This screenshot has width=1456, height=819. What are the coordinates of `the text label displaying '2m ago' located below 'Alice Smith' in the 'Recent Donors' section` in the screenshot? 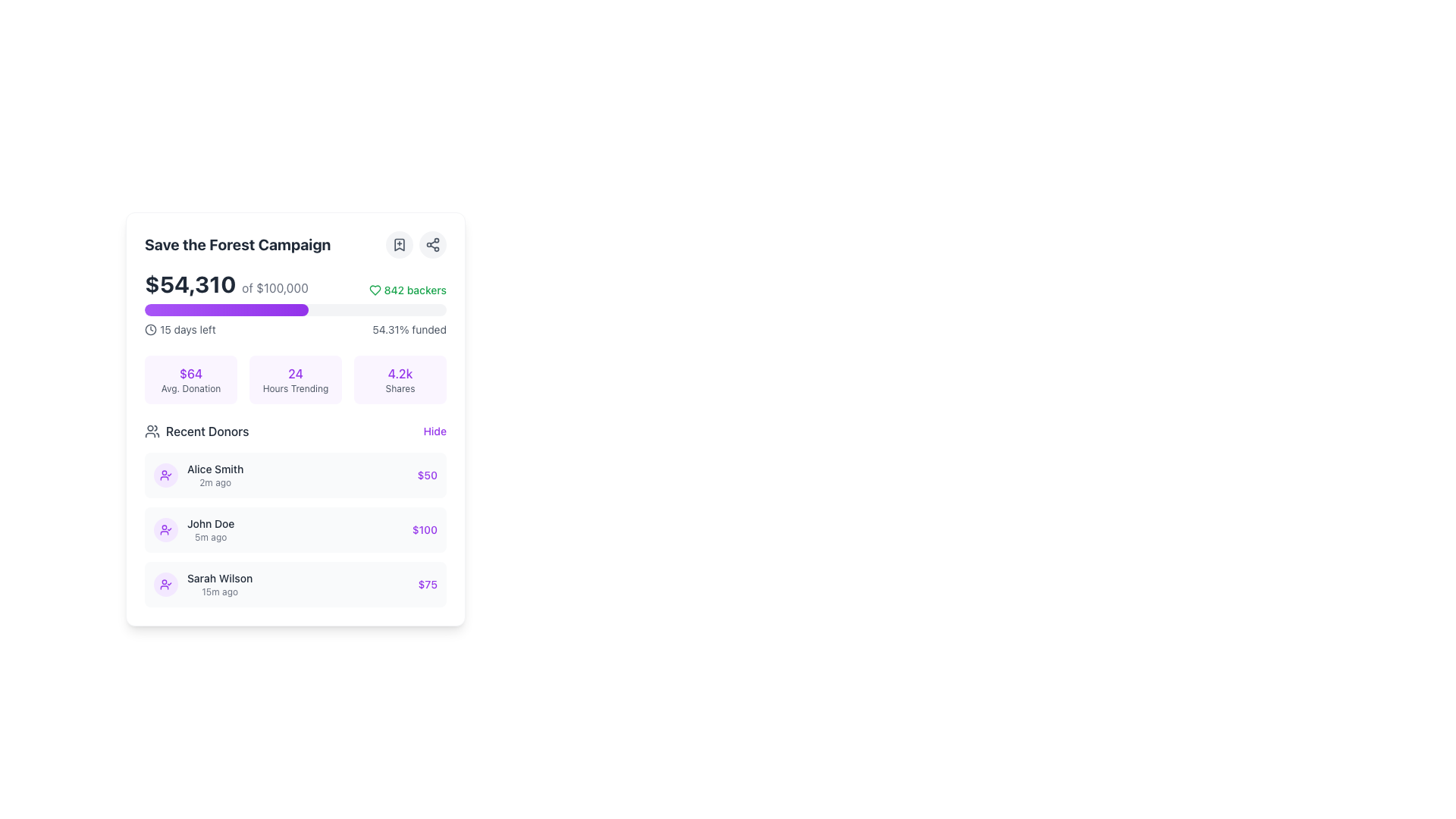 It's located at (215, 482).